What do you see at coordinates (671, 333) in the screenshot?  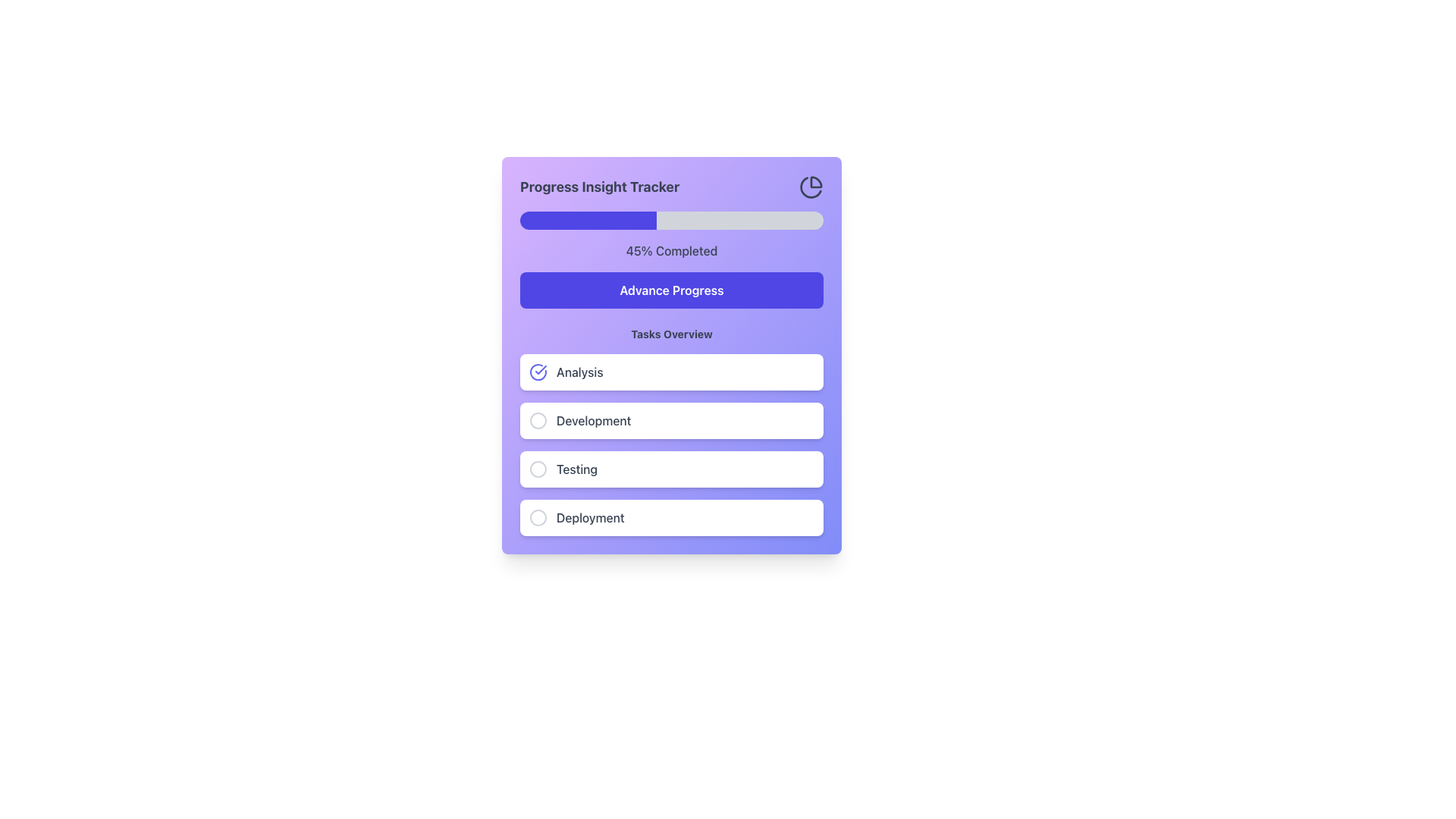 I see `the 'Tasks Overview' text header that is displayed in bold gray color, centrally aligned at the top of the vertical task list` at bounding box center [671, 333].